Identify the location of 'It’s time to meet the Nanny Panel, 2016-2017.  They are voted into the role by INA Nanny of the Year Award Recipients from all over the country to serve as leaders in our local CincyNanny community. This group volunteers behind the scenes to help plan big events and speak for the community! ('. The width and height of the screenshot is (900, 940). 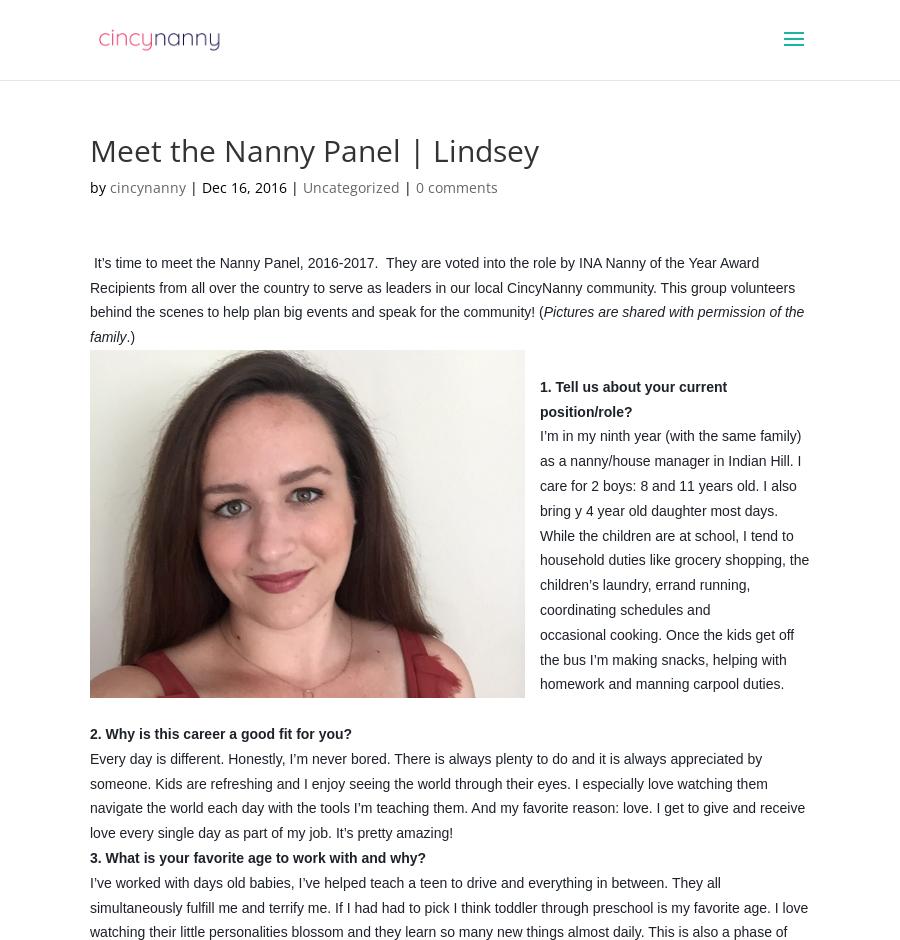
(442, 285).